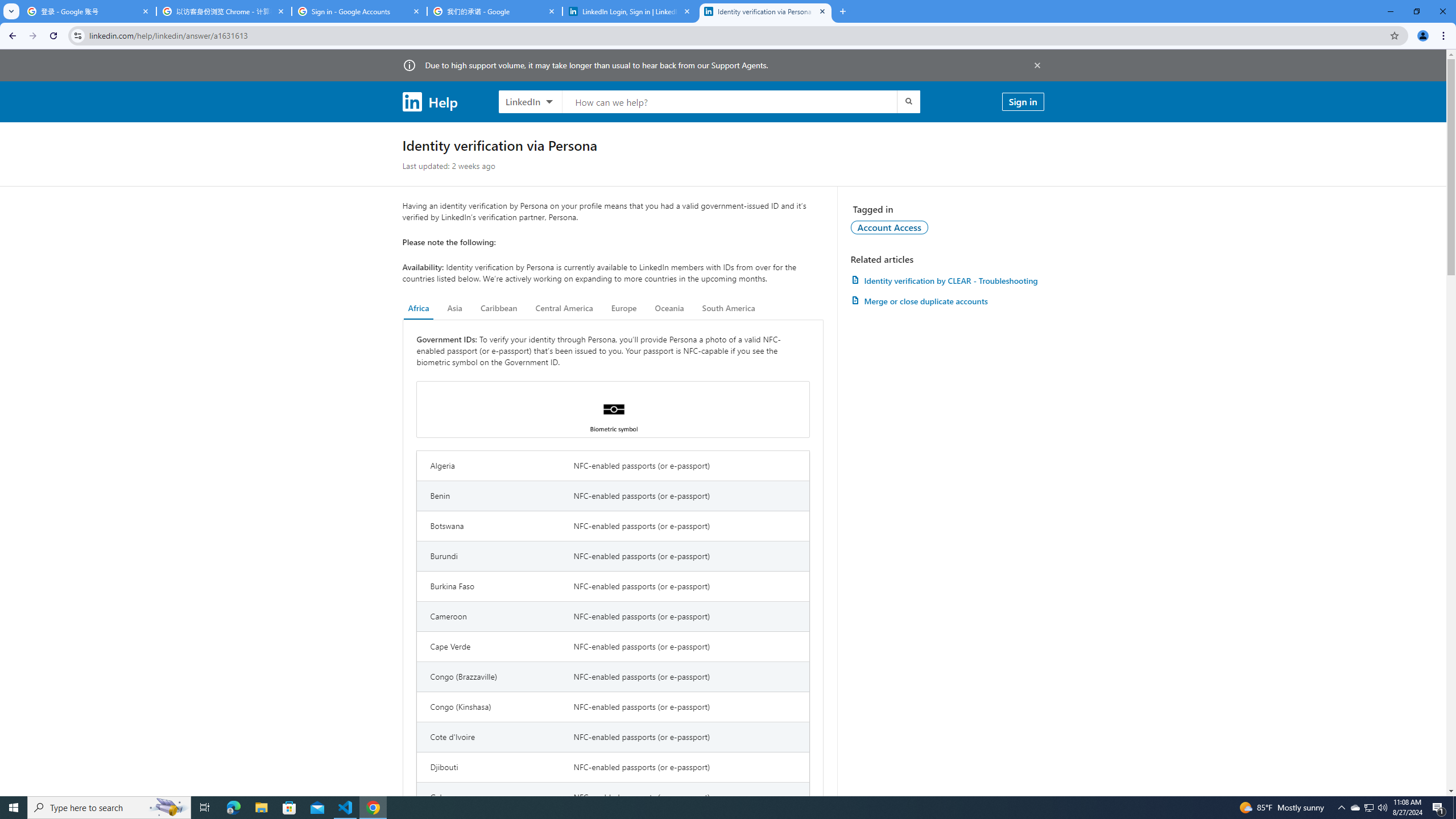 Image resolution: width=1456 pixels, height=819 pixels. Describe the element at coordinates (946, 300) in the screenshot. I see `'AutomationID: article-link-a1337200'` at that location.